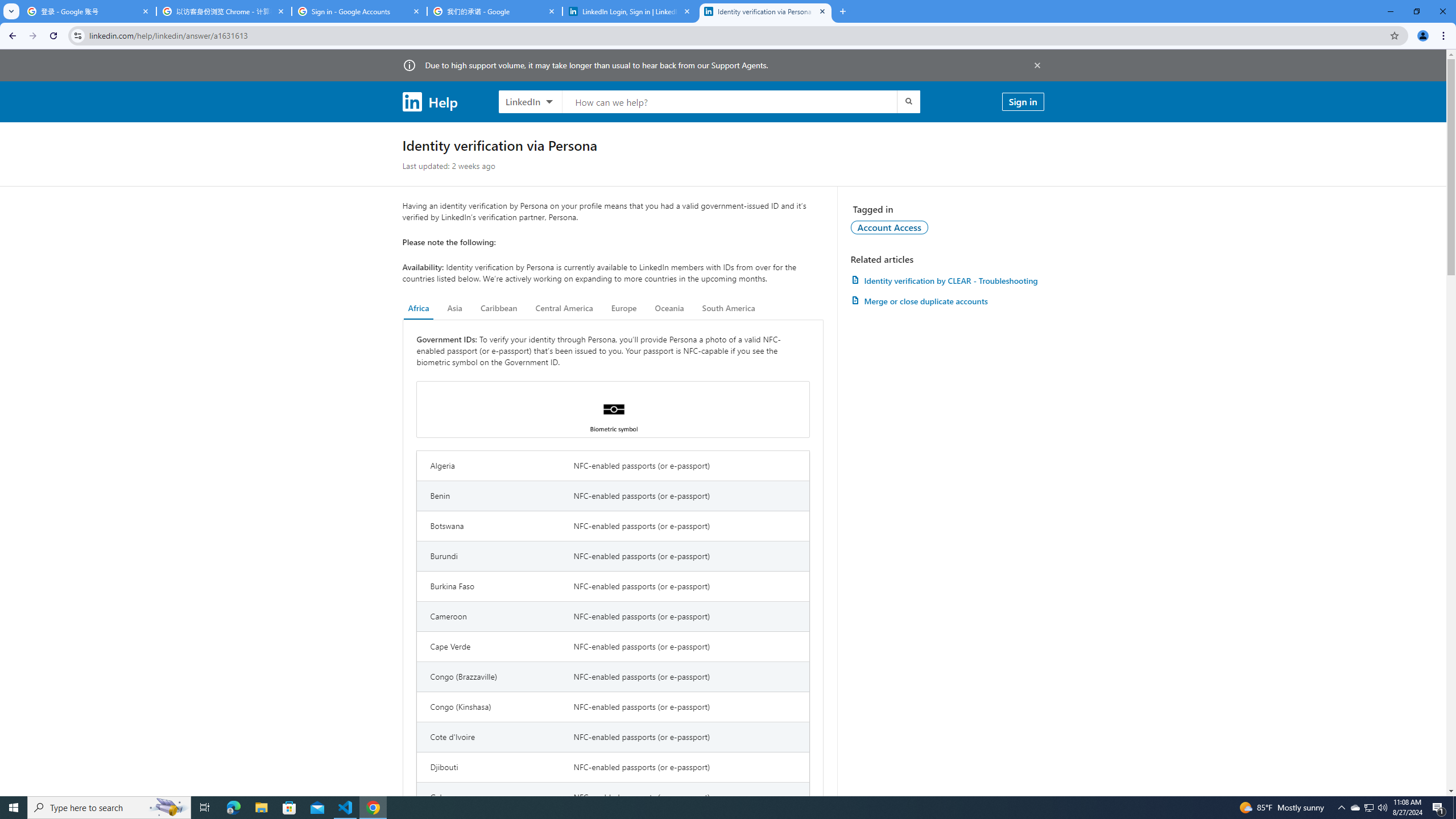 Image resolution: width=1456 pixels, height=819 pixels. Describe the element at coordinates (946, 300) in the screenshot. I see `'AutomationID: article-link-a1337200'` at that location.